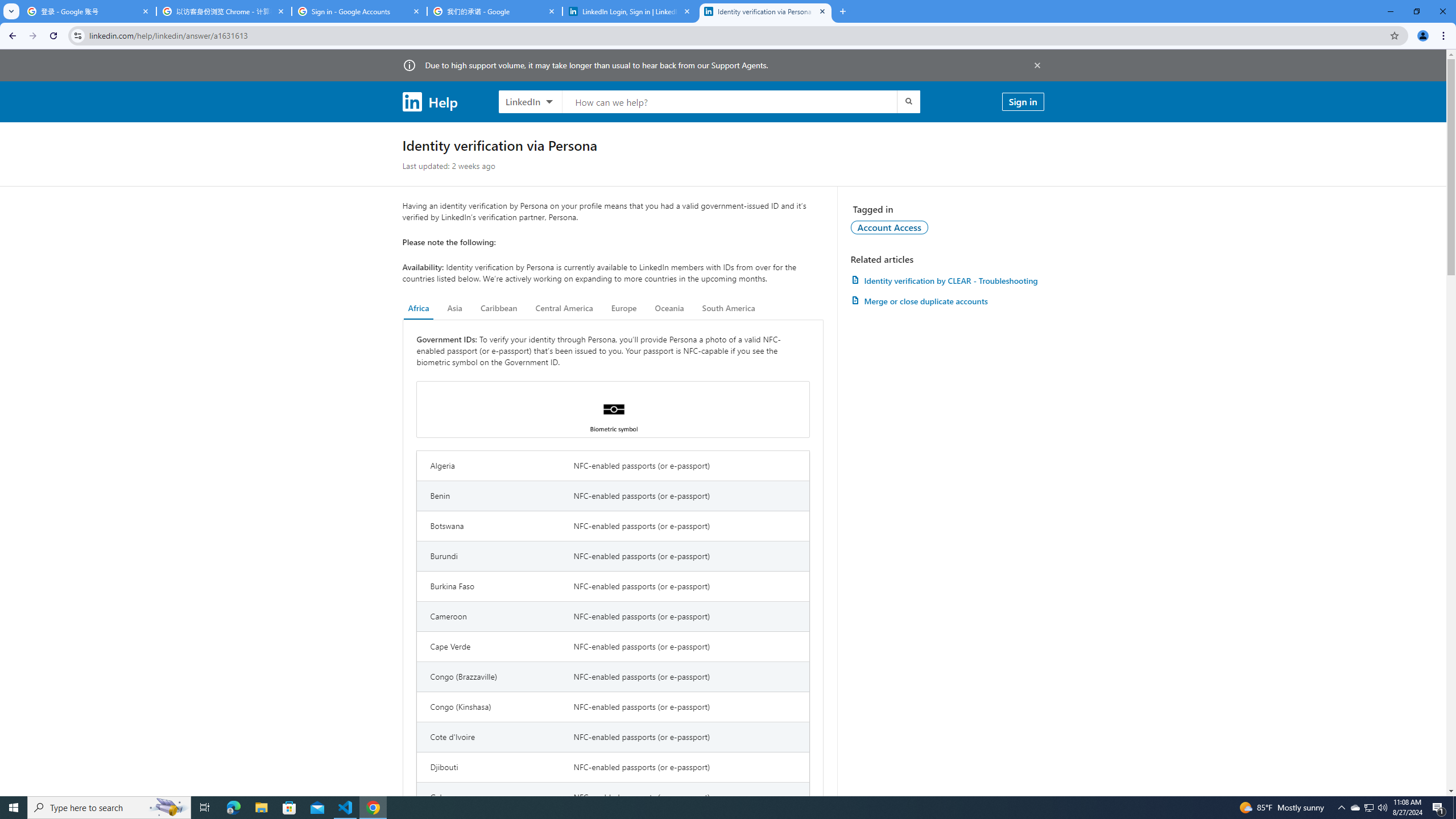 Image resolution: width=1456 pixels, height=819 pixels. Describe the element at coordinates (946, 300) in the screenshot. I see `'AutomationID: article-link-a1337200'` at that location.